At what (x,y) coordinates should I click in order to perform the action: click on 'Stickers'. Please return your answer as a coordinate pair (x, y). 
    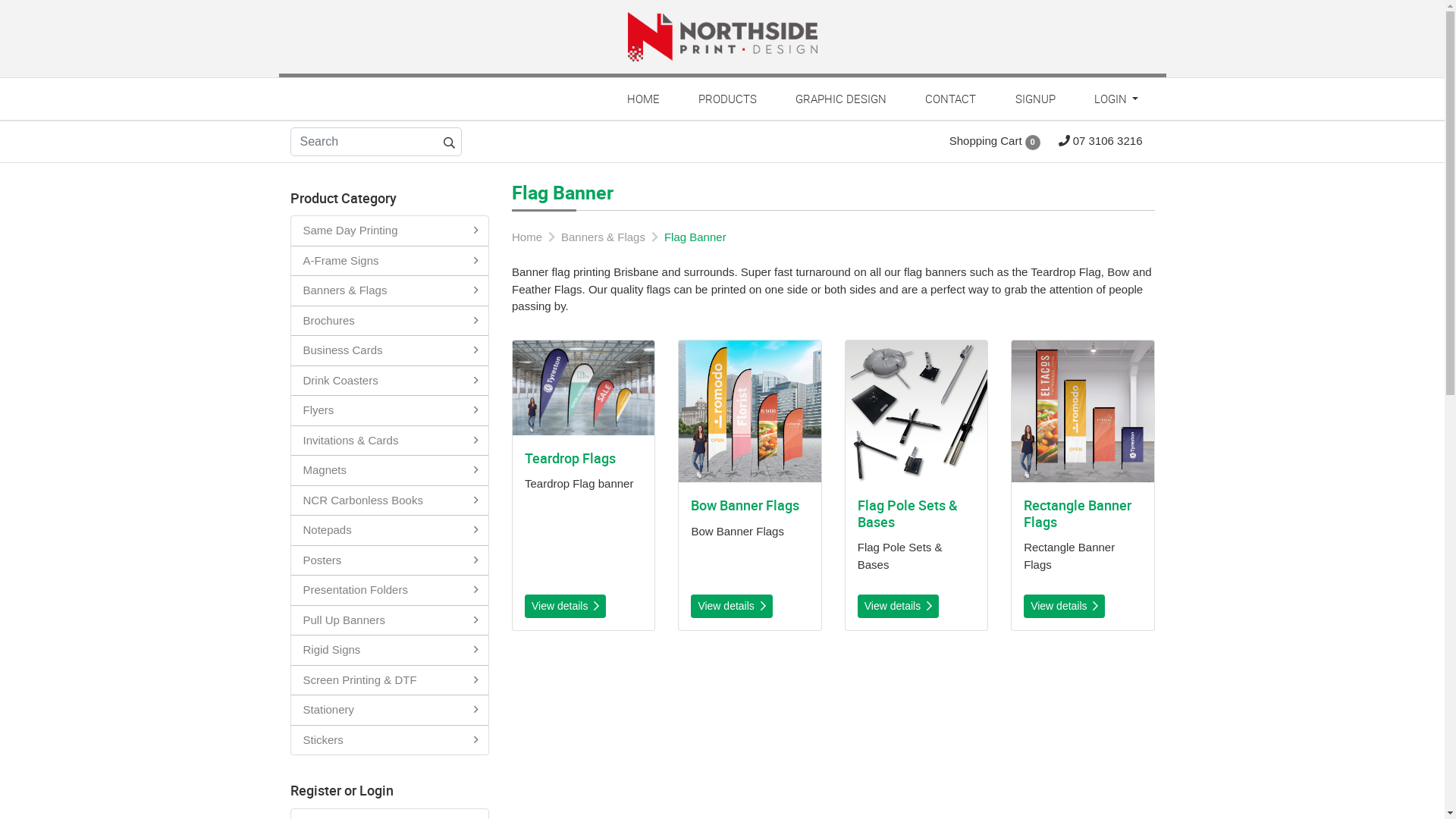
    Looking at the image, I should click on (291, 739).